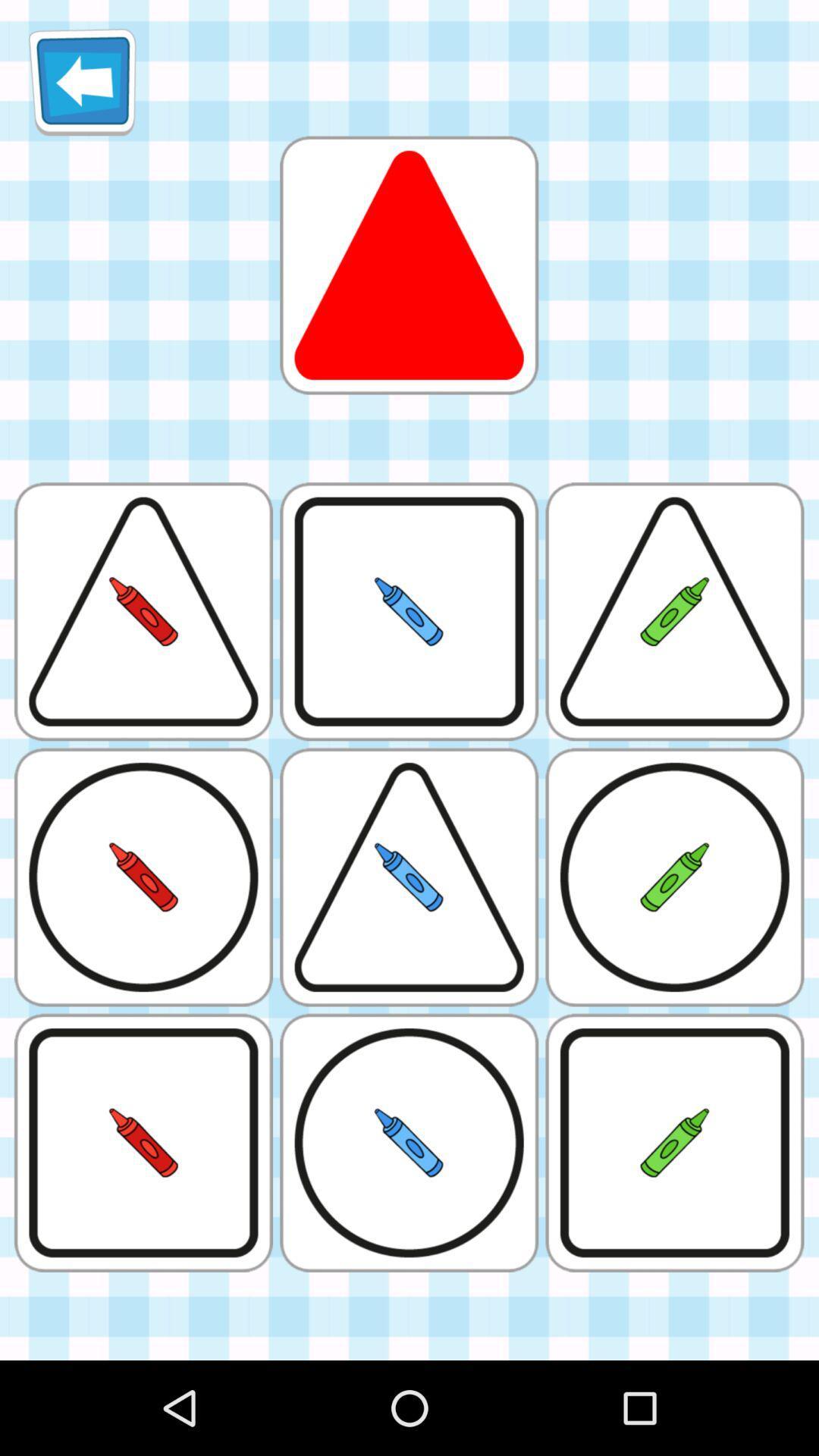  I want to click on the box which has blue crayon inside a circle, so click(408, 1143).